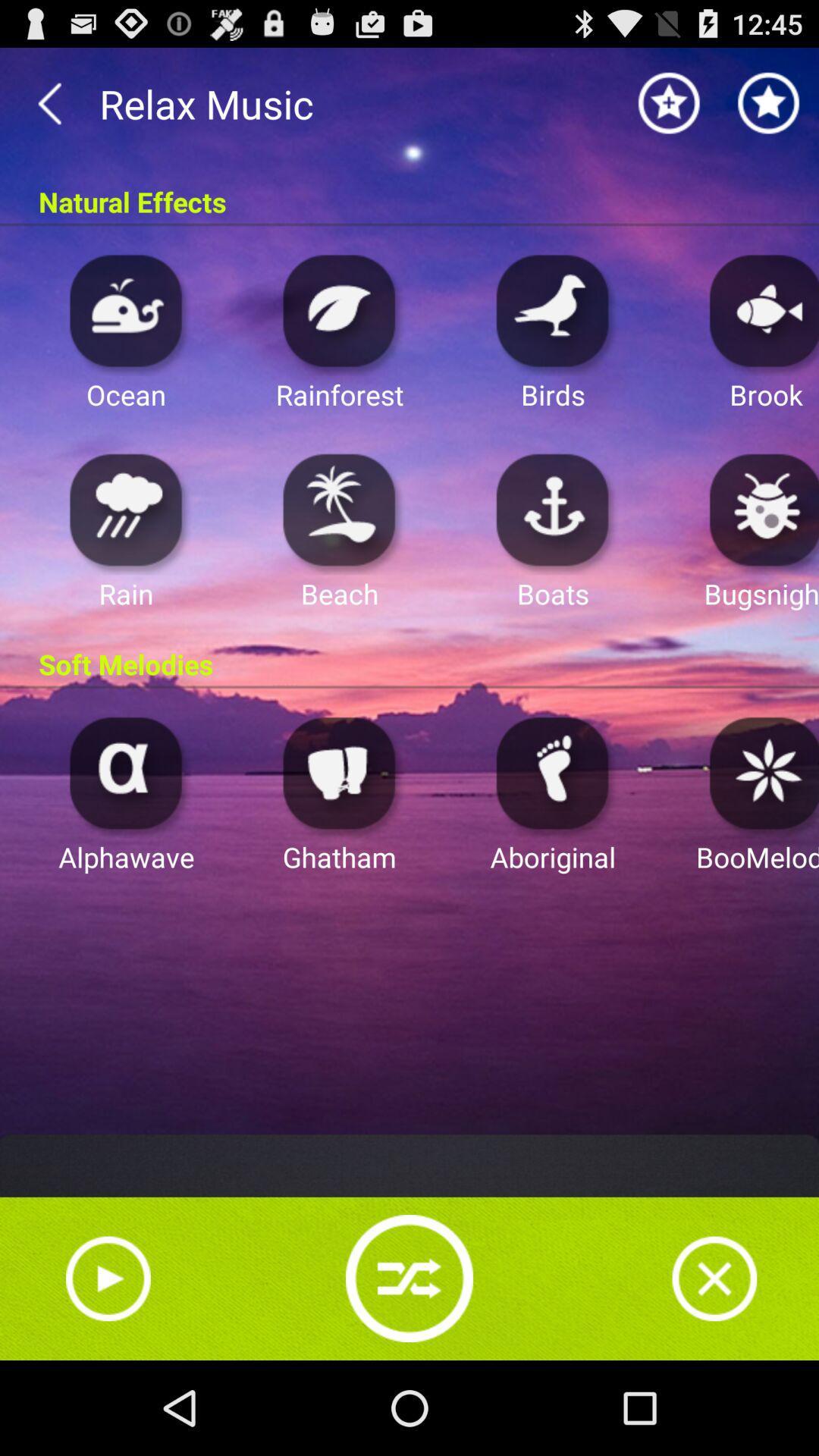 The height and width of the screenshot is (1456, 819). Describe the element at coordinates (339, 509) in the screenshot. I see `beach` at that location.